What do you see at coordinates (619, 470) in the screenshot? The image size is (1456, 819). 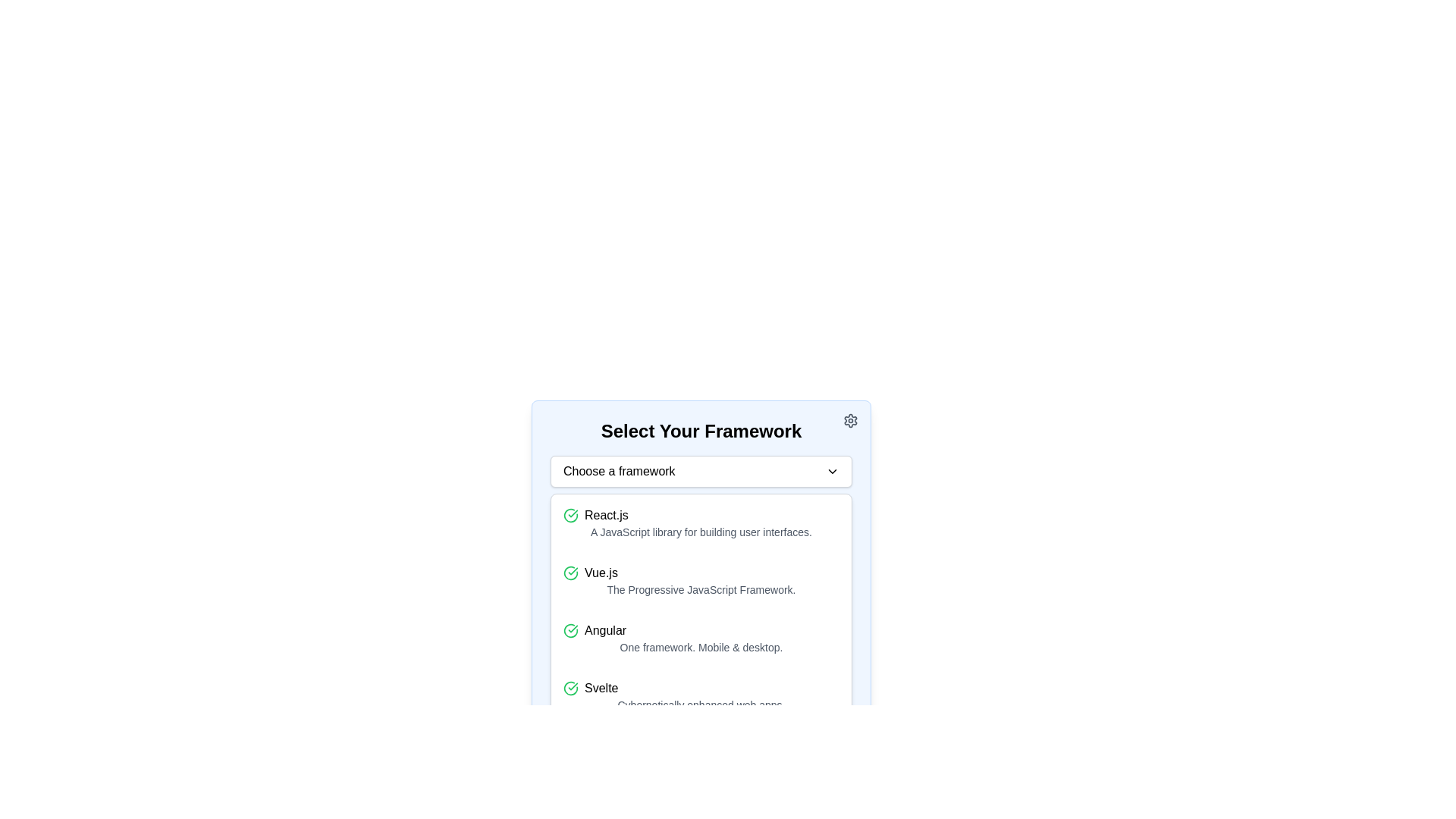 I see `the text label that serves as the current selection for the dropdown menu, located centrally in the dropdown's header section, to the left of the downward chevron icon` at bounding box center [619, 470].